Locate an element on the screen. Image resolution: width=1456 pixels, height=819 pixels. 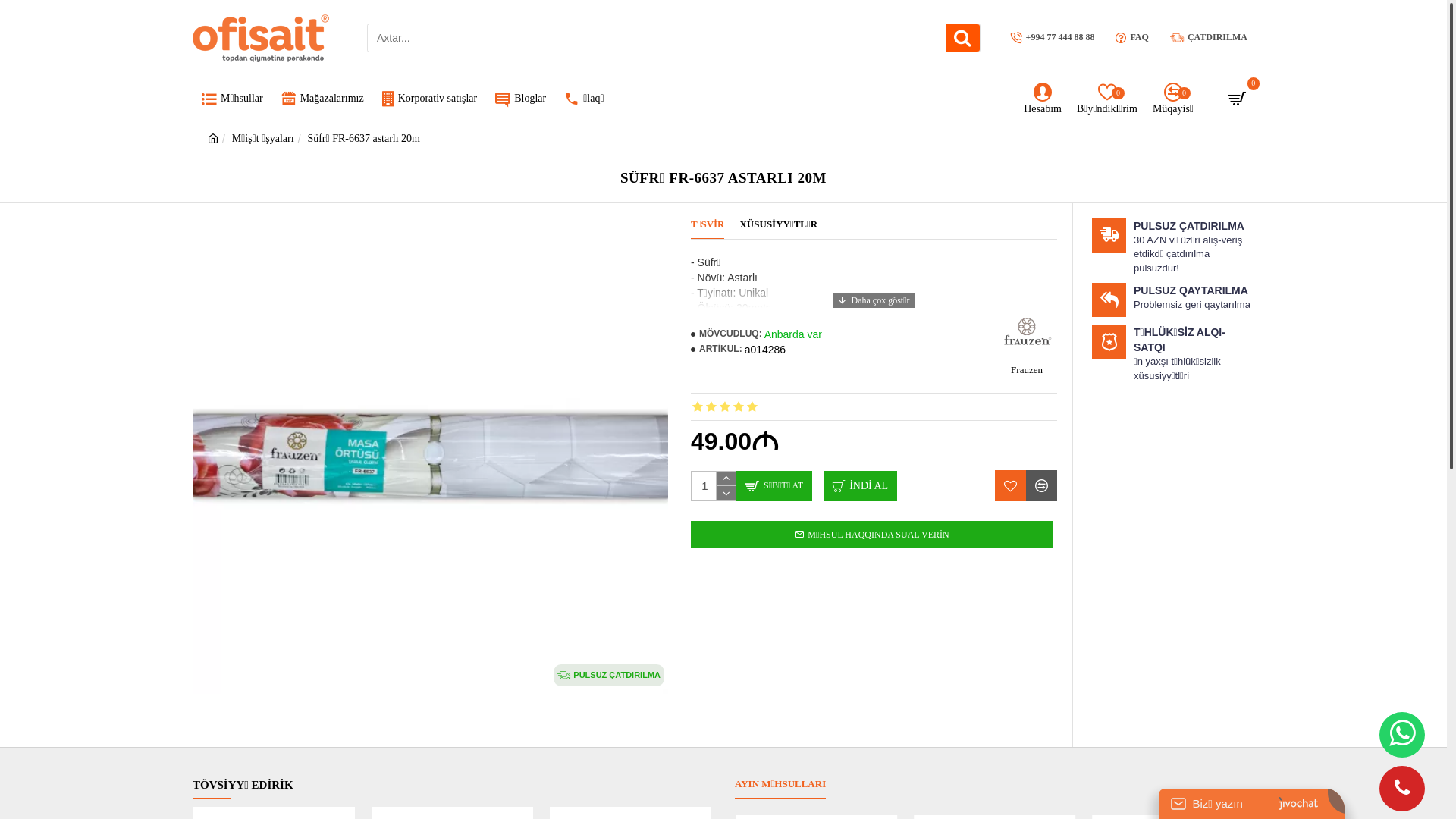
'Ofisait' is located at coordinates (261, 36).